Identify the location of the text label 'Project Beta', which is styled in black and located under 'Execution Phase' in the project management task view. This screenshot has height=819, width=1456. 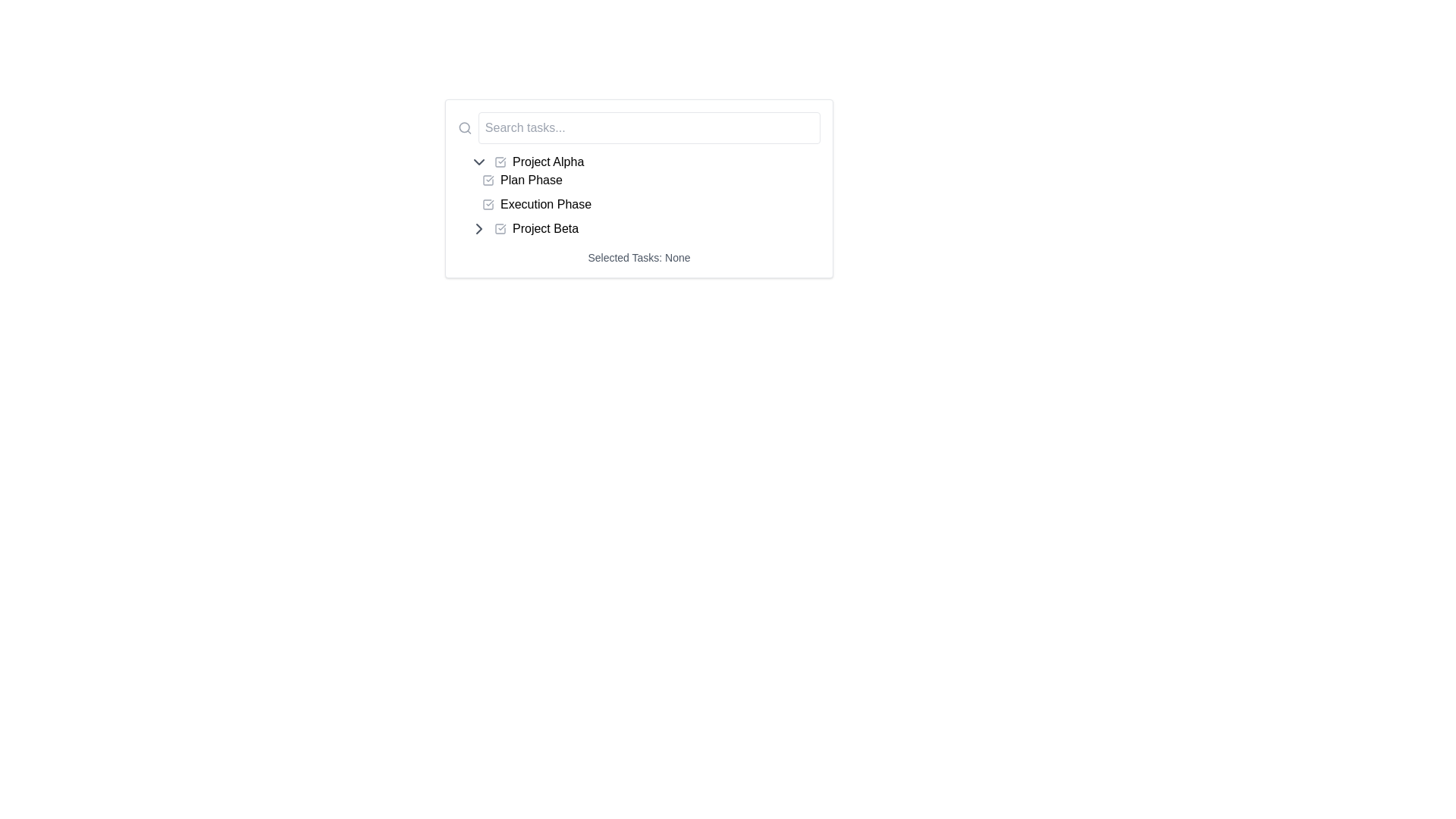
(545, 228).